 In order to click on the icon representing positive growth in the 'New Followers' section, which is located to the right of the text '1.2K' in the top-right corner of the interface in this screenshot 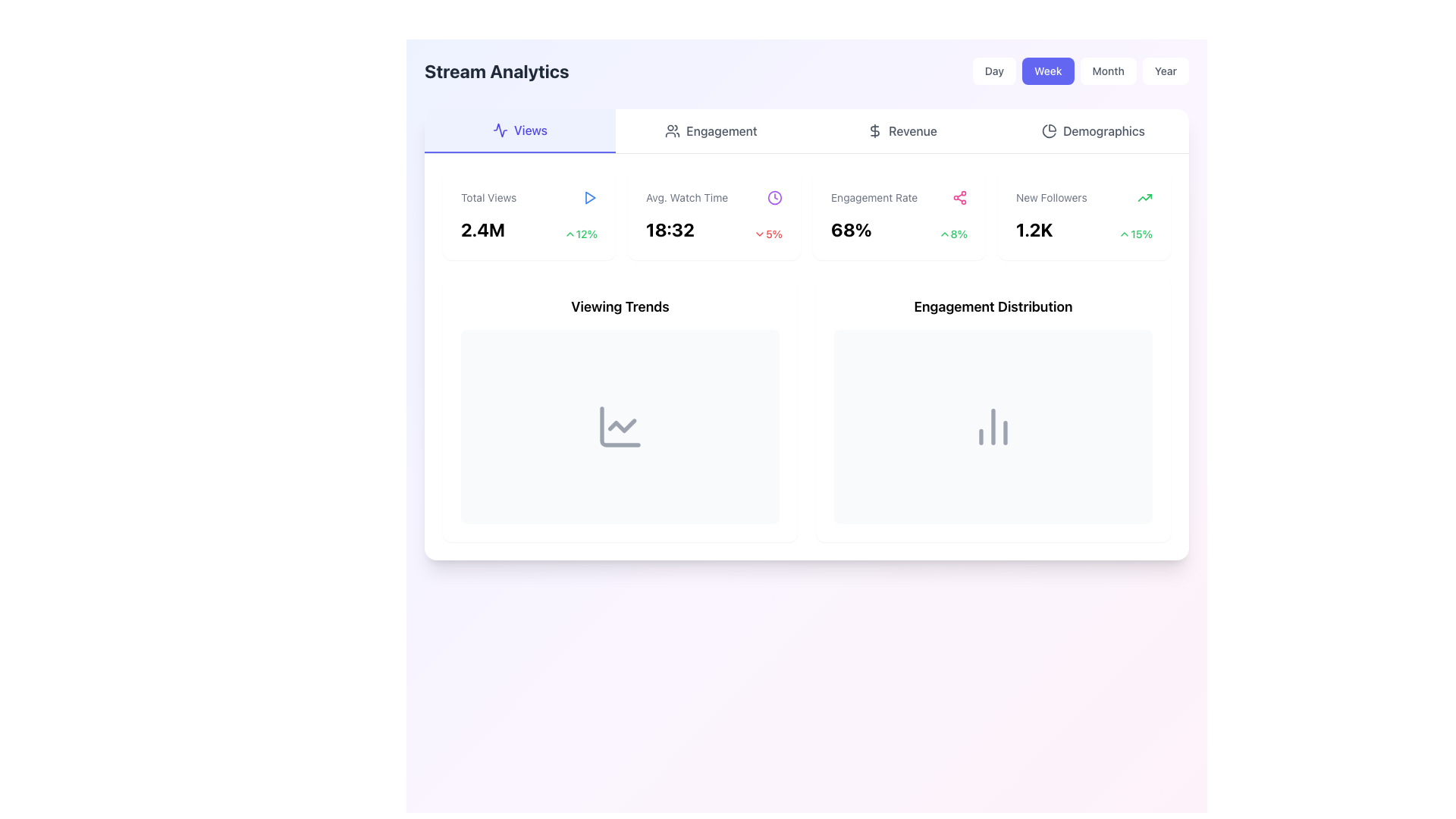, I will do `click(1145, 197)`.